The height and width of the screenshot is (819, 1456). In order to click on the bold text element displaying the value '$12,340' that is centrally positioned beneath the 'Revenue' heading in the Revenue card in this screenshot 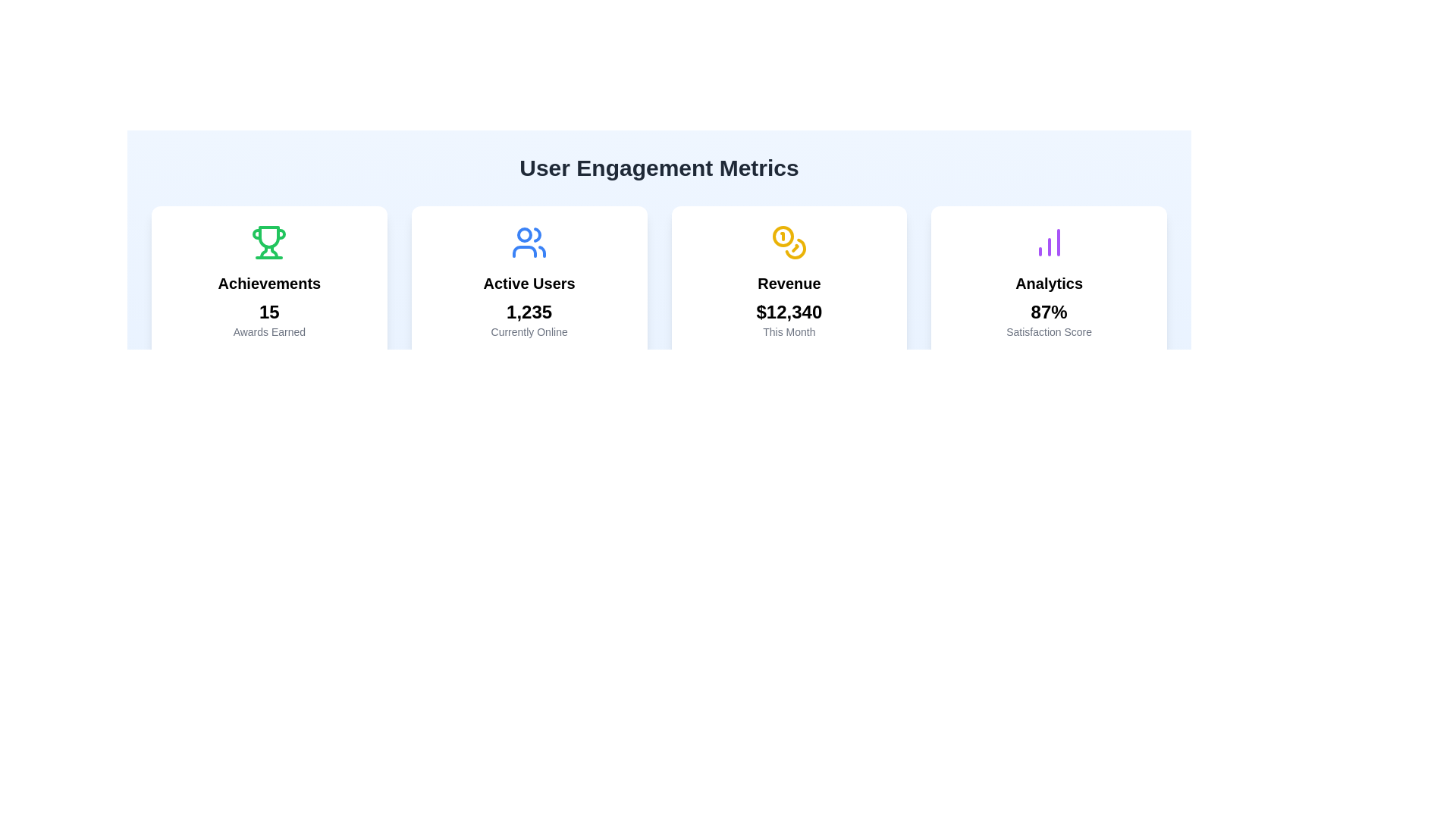, I will do `click(789, 312)`.